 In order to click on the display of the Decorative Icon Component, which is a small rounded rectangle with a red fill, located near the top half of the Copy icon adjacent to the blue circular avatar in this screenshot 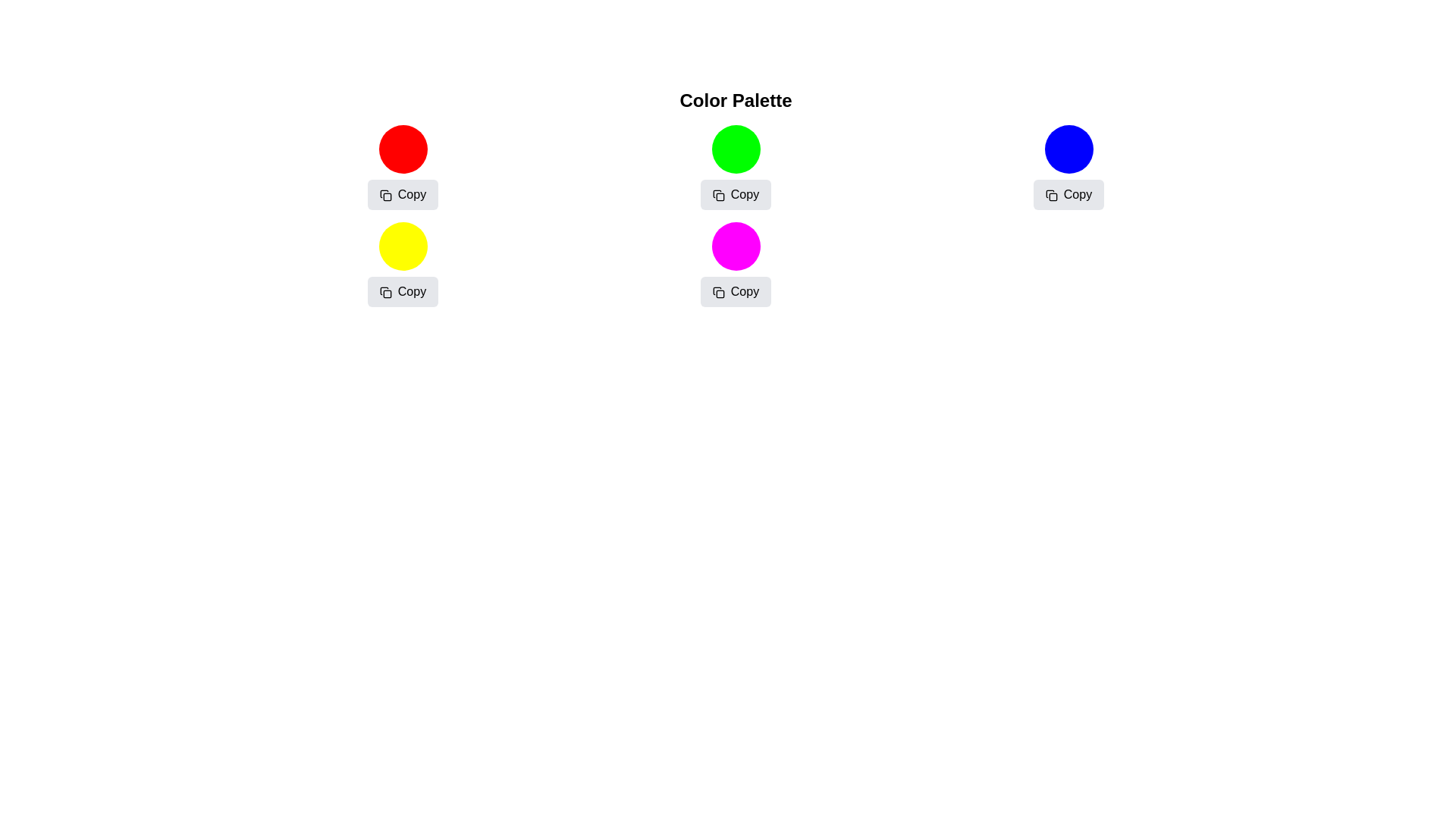, I will do `click(1052, 196)`.